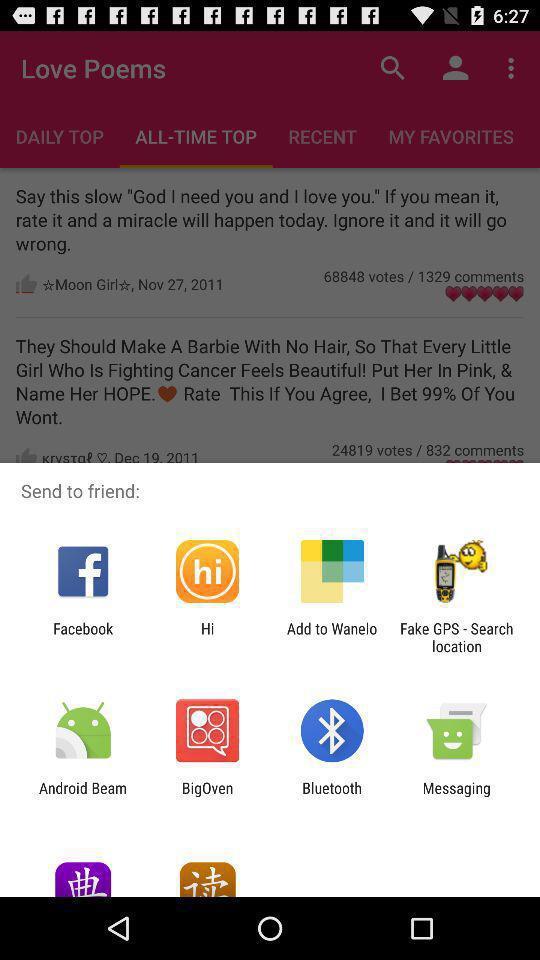 The image size is (540, 960). I want to click on the item to the right of the bigoven, so click(332, 796).